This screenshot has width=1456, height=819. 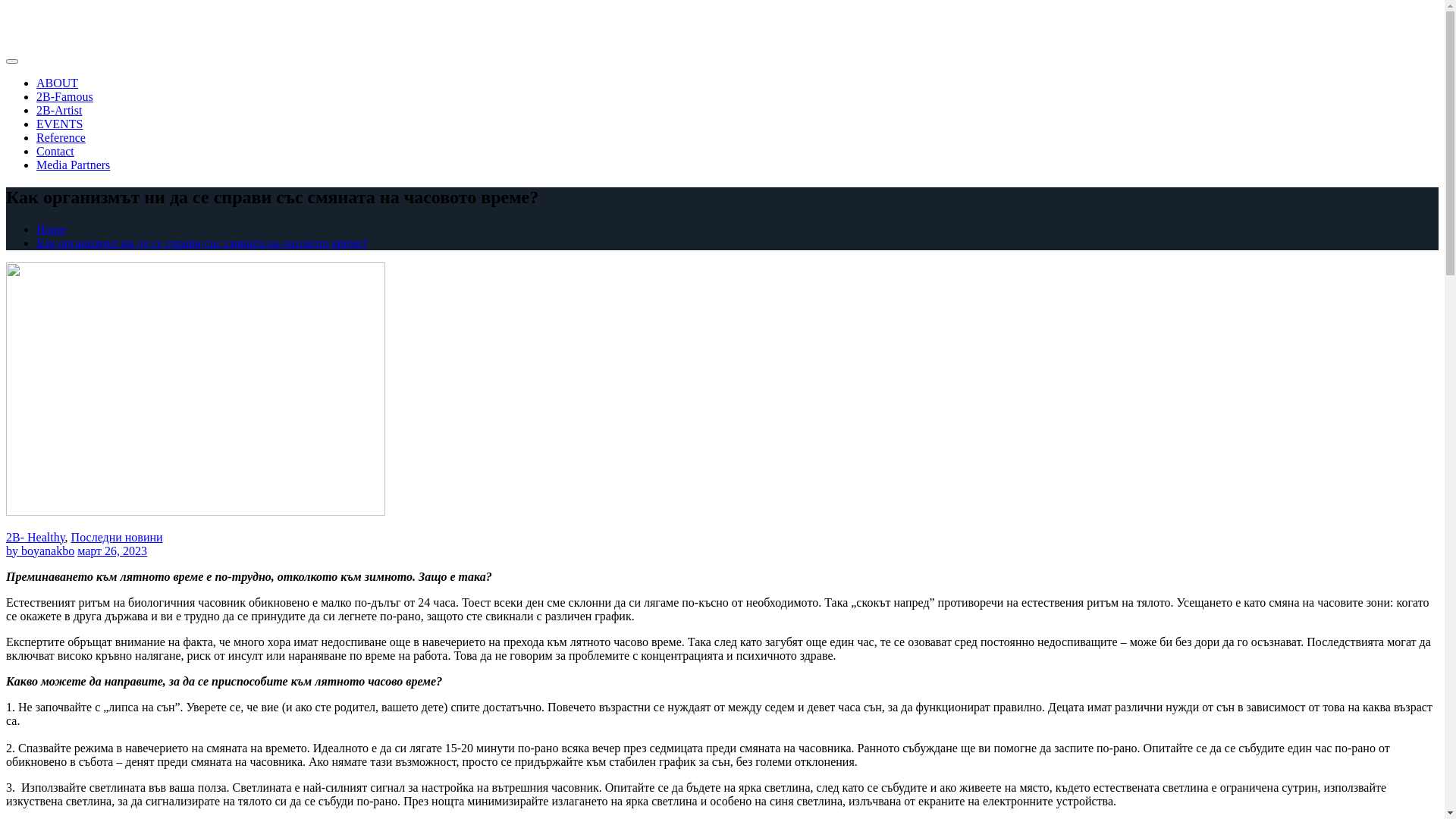 I want to click on 'by boyanakbo', so click(x=39, y=551).